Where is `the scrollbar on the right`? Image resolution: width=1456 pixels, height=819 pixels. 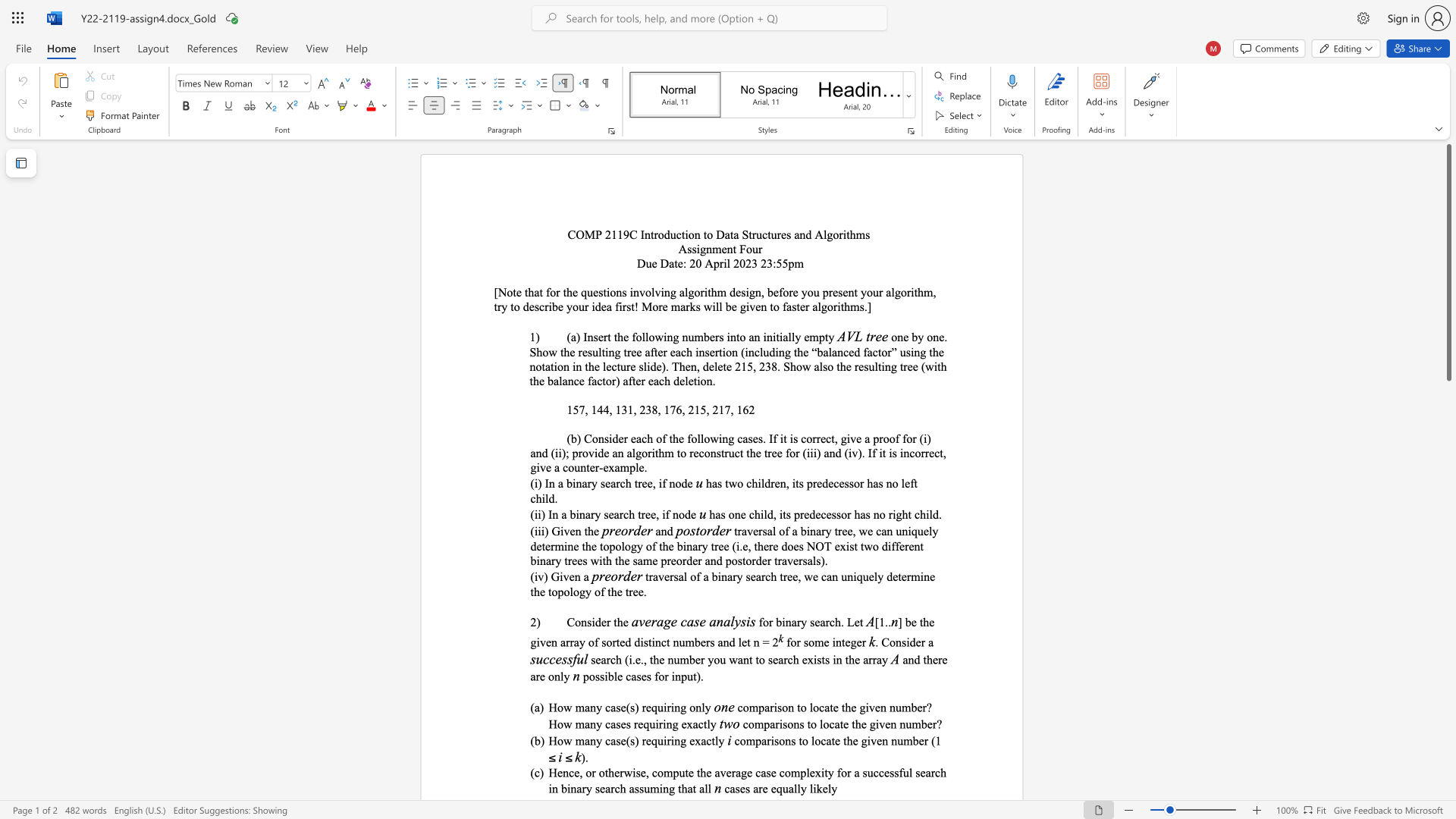 the scrollbar on the right is located at coordinates (1448, 439).